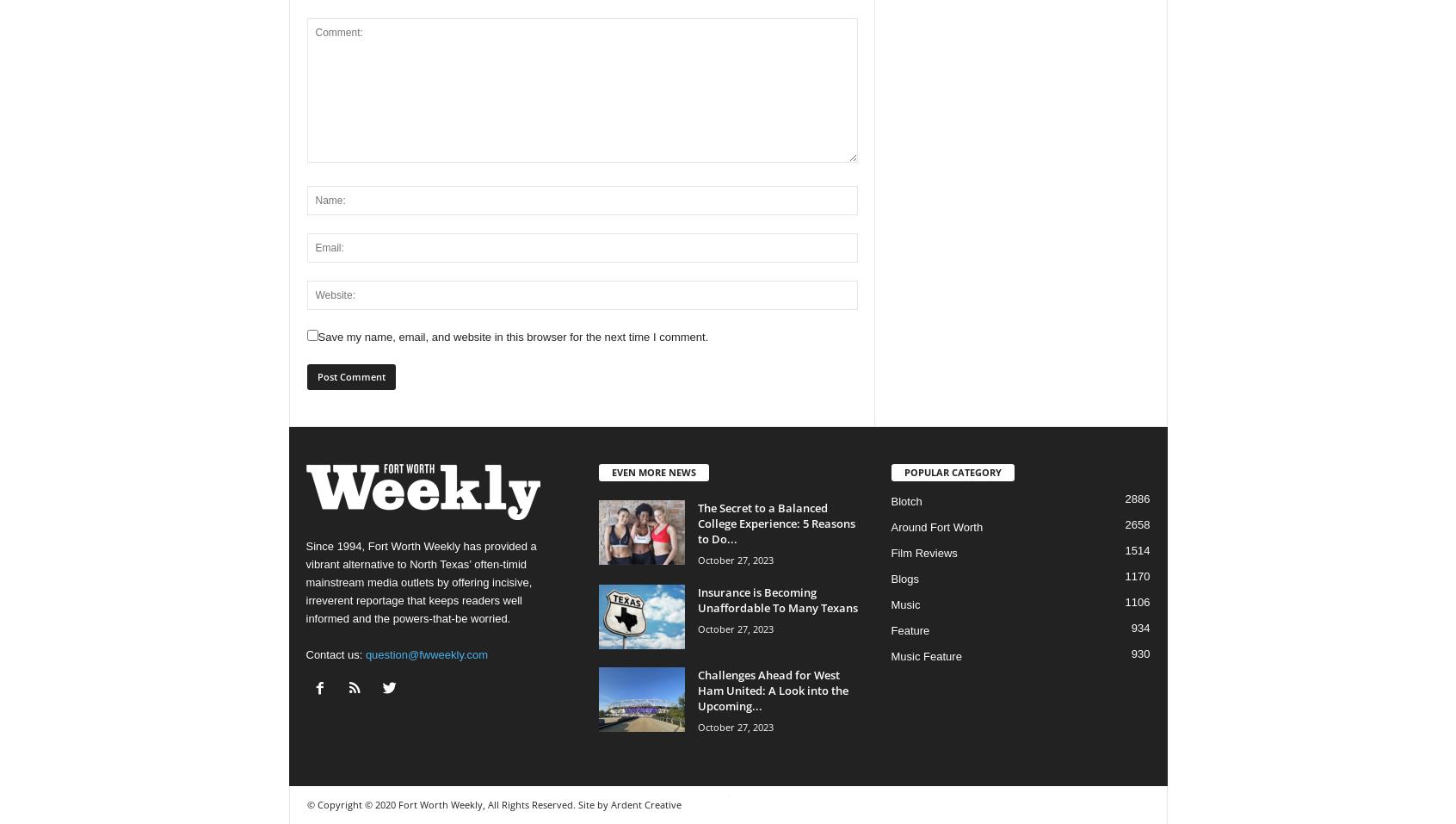 This screenshot has width=1456, height=824. Describe the element at coordinates (609, 471) in the screenshot. I see `'EVEN MORE NEWS'` at that location.